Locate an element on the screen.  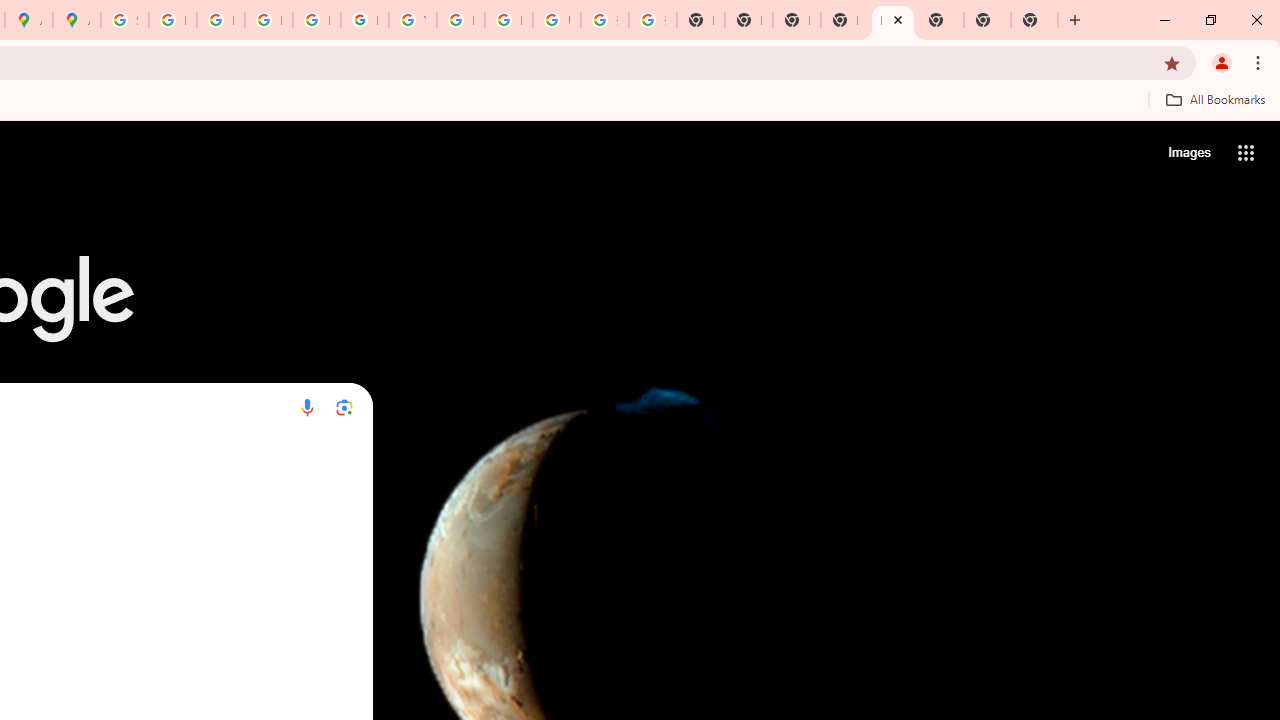
'Search by voice' is located at coordinates (306, 406).